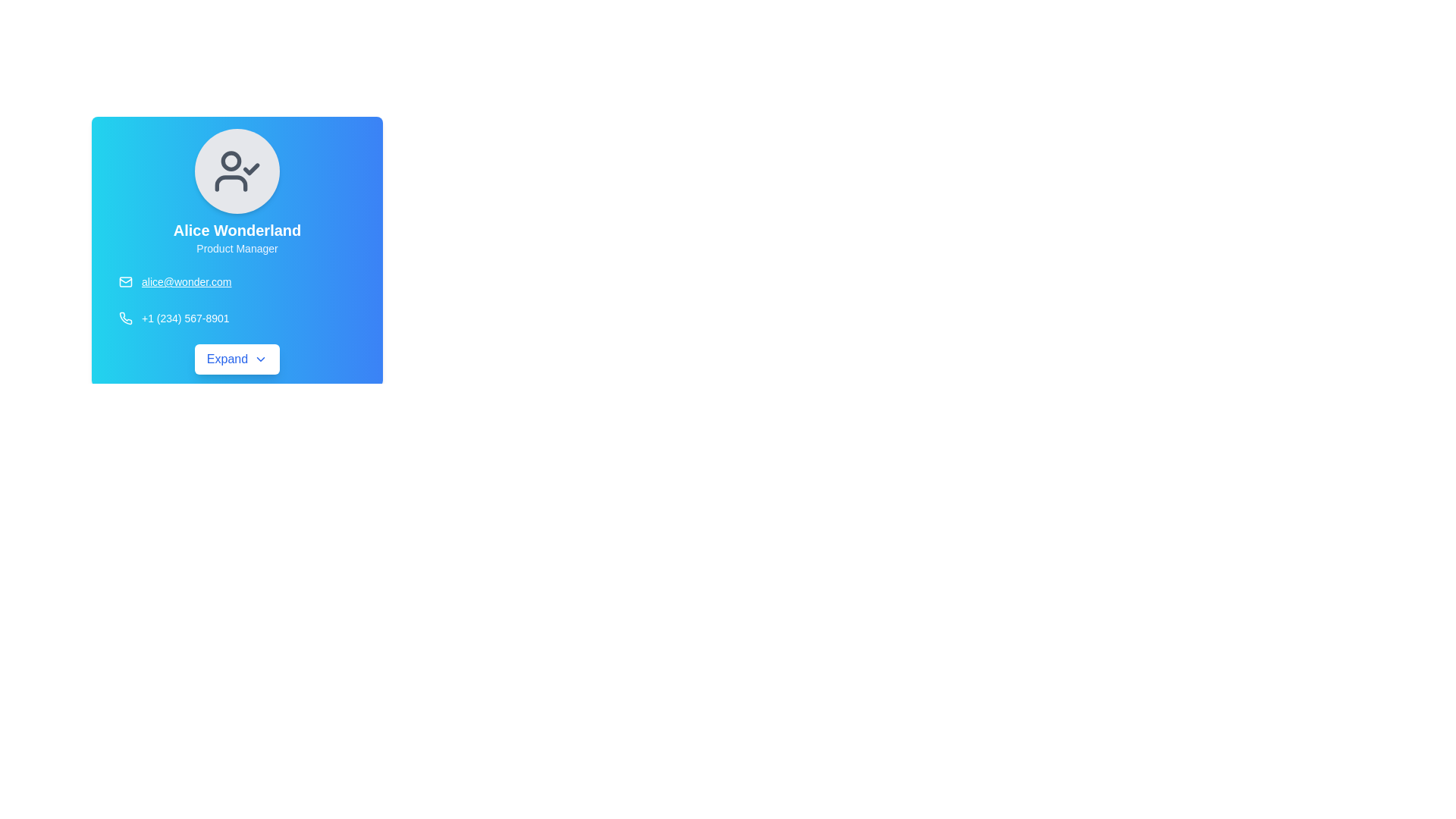 The image size is (1456, 819). What do you see at coordinates (261, 359) in the screenshot?
I see `the dropdown indicator icon located on the right side of the 'Expand' button at the bottom center of the profile card layout` at bounding box center [261, 359].